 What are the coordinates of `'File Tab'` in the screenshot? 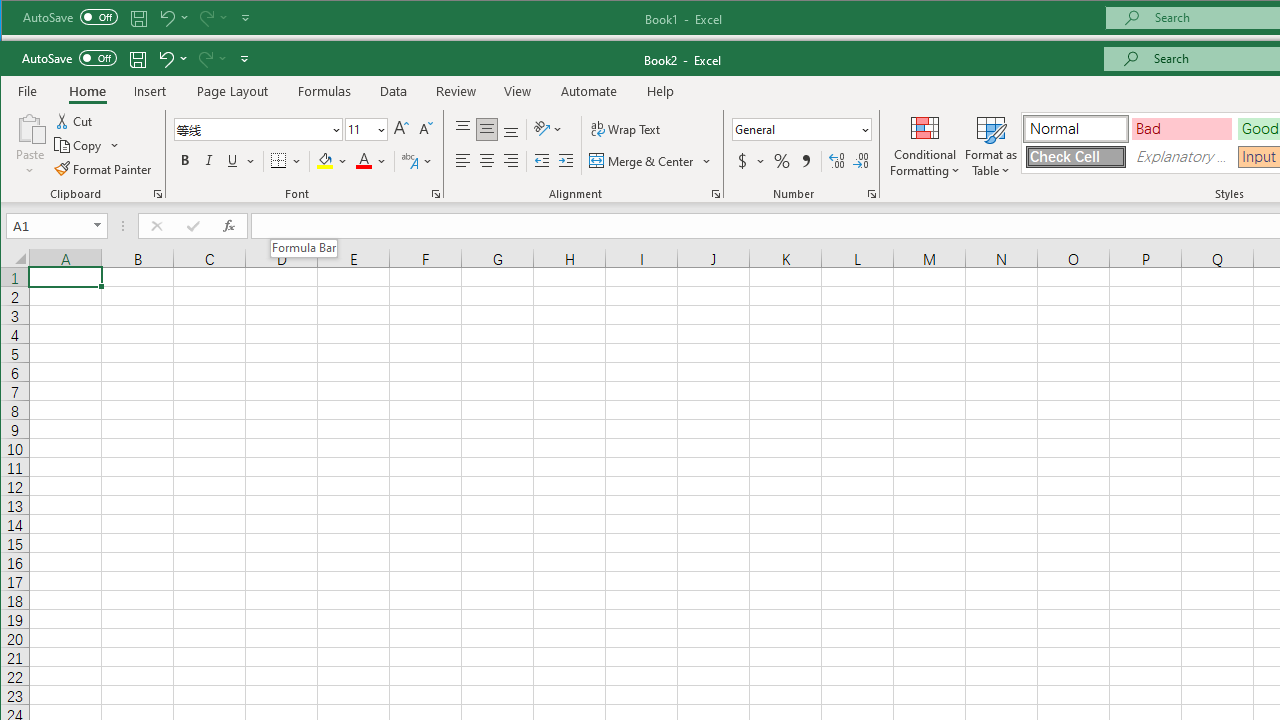 It's located at (28, 91).